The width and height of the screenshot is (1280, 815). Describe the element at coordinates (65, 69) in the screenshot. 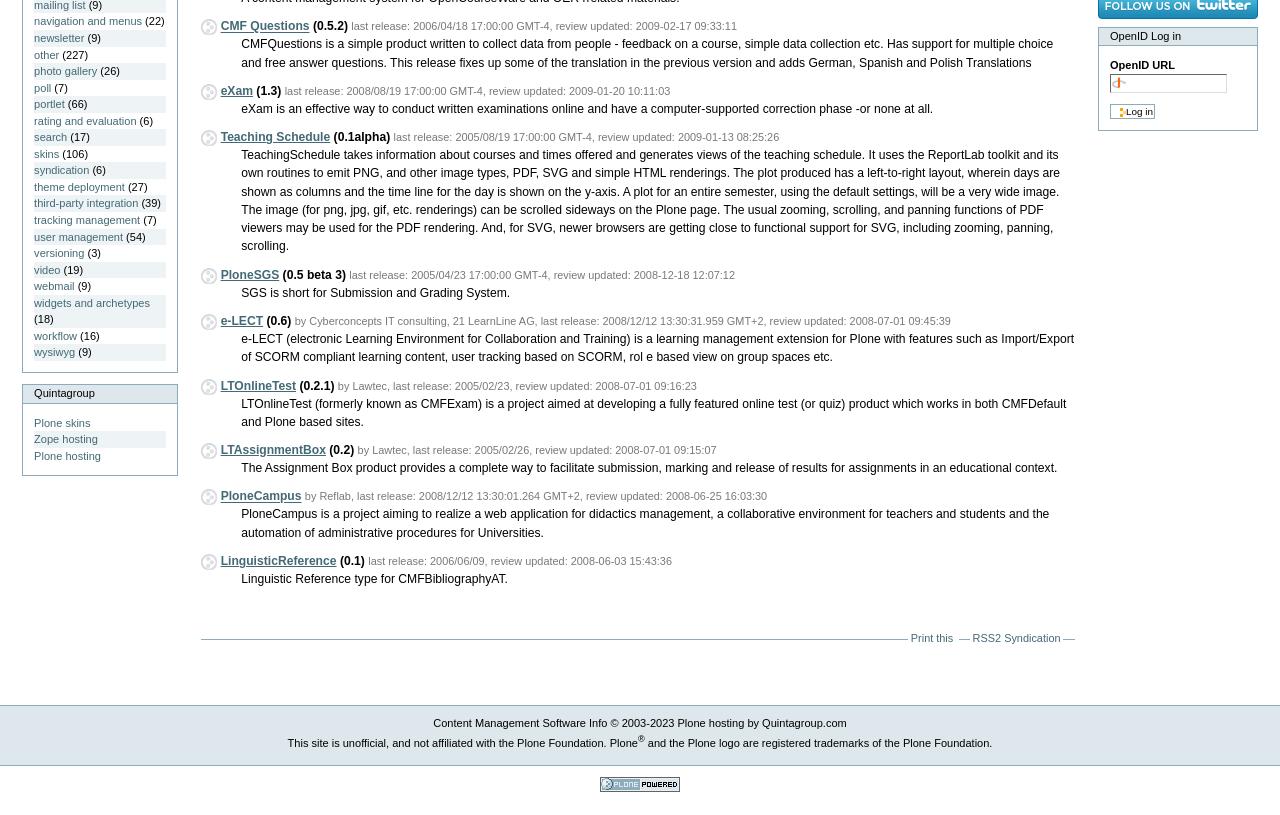

I see `'photo gallery'` at that location.